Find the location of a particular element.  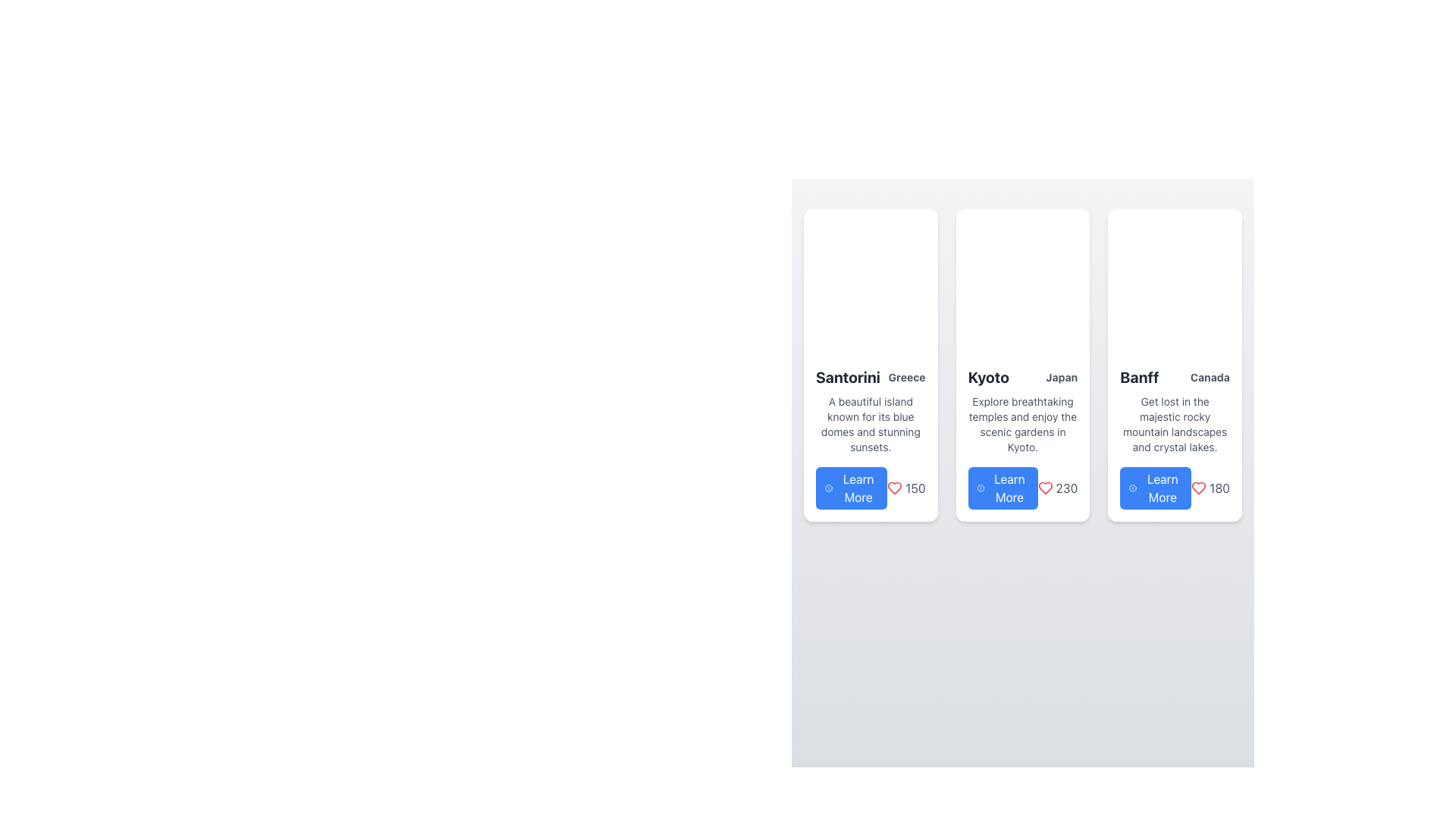

the 'Learn More' button located at the bottom of the third card in a four-card layout, which has a blue background and features white text is located at coordinates (1155, 488).